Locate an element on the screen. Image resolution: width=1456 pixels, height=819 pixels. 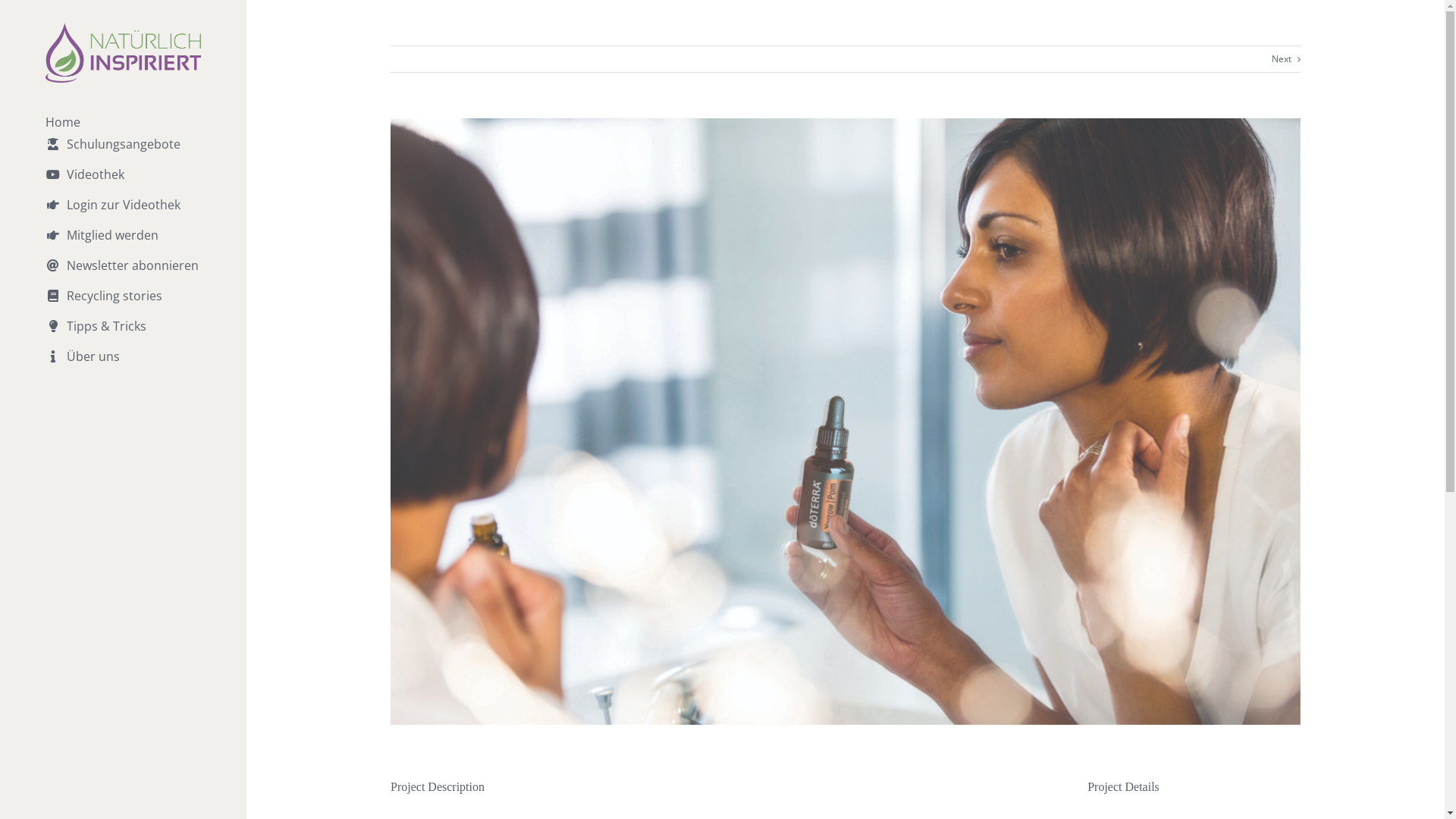
'Newsletter abonnieren' is located at coordinates (123, 275).